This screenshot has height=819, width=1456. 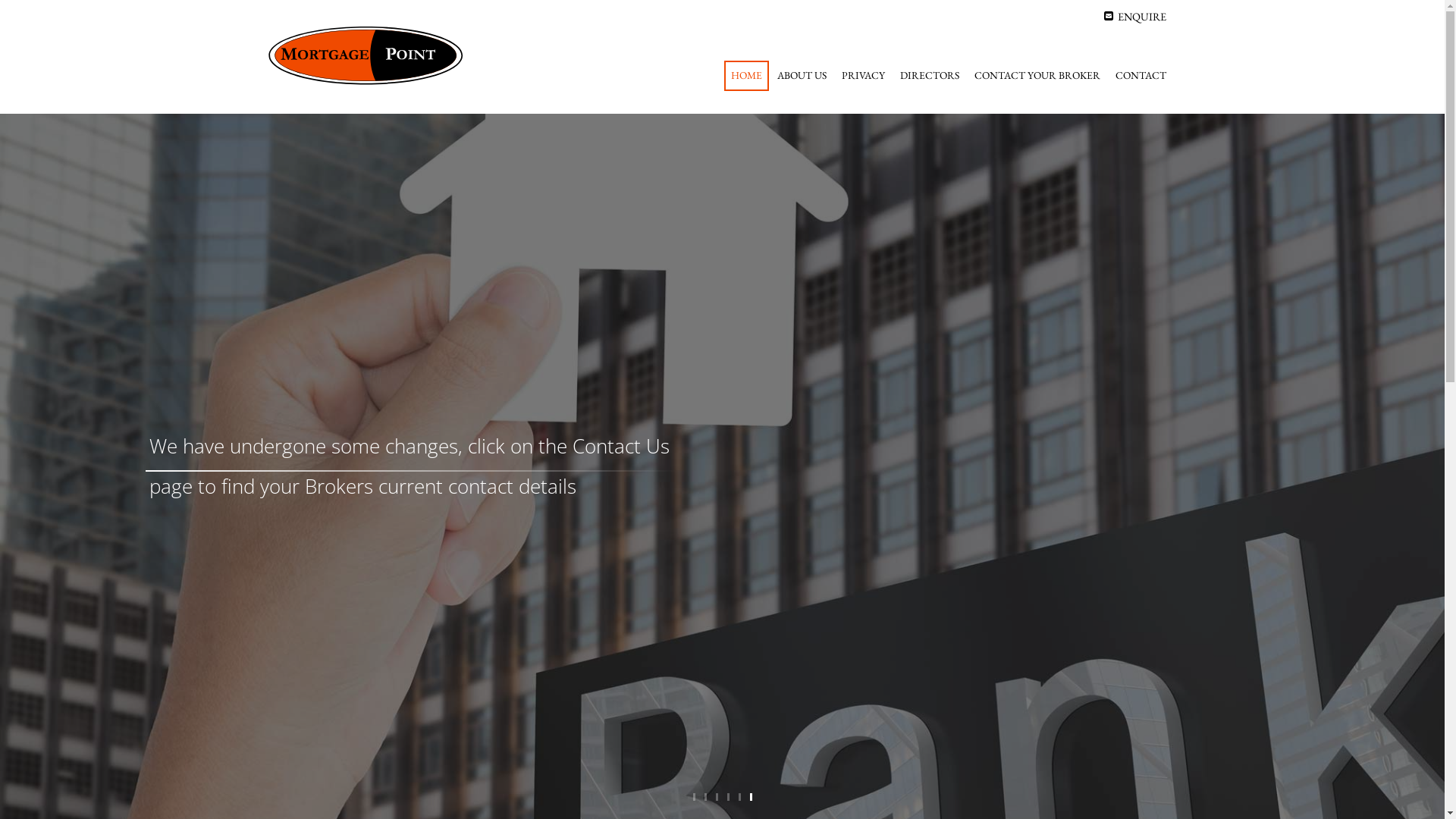 What do you see at coordinates (1135, 16) in the screenshot?
I see `'ENQUIRE'` at bounding box center [1135, 16].